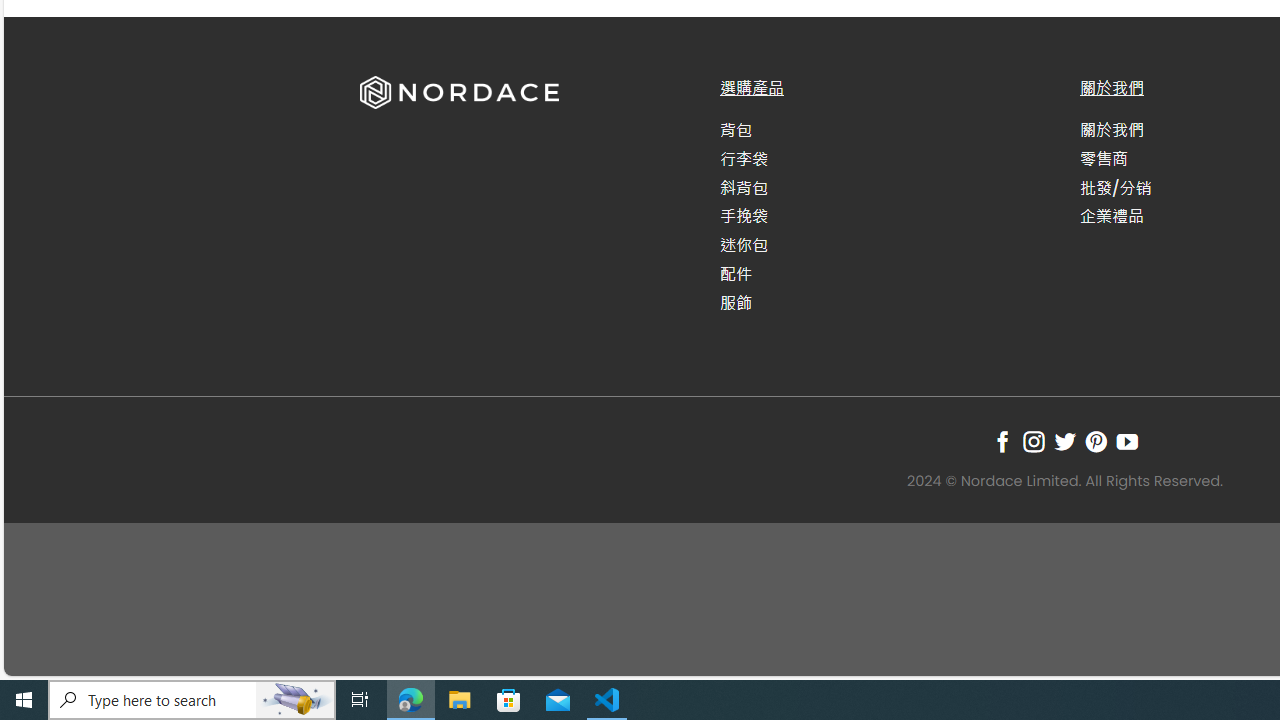  Describe the element at coordinates (1127, 440) in the screenshot. I see `'Follow on YouTube'` at that location.